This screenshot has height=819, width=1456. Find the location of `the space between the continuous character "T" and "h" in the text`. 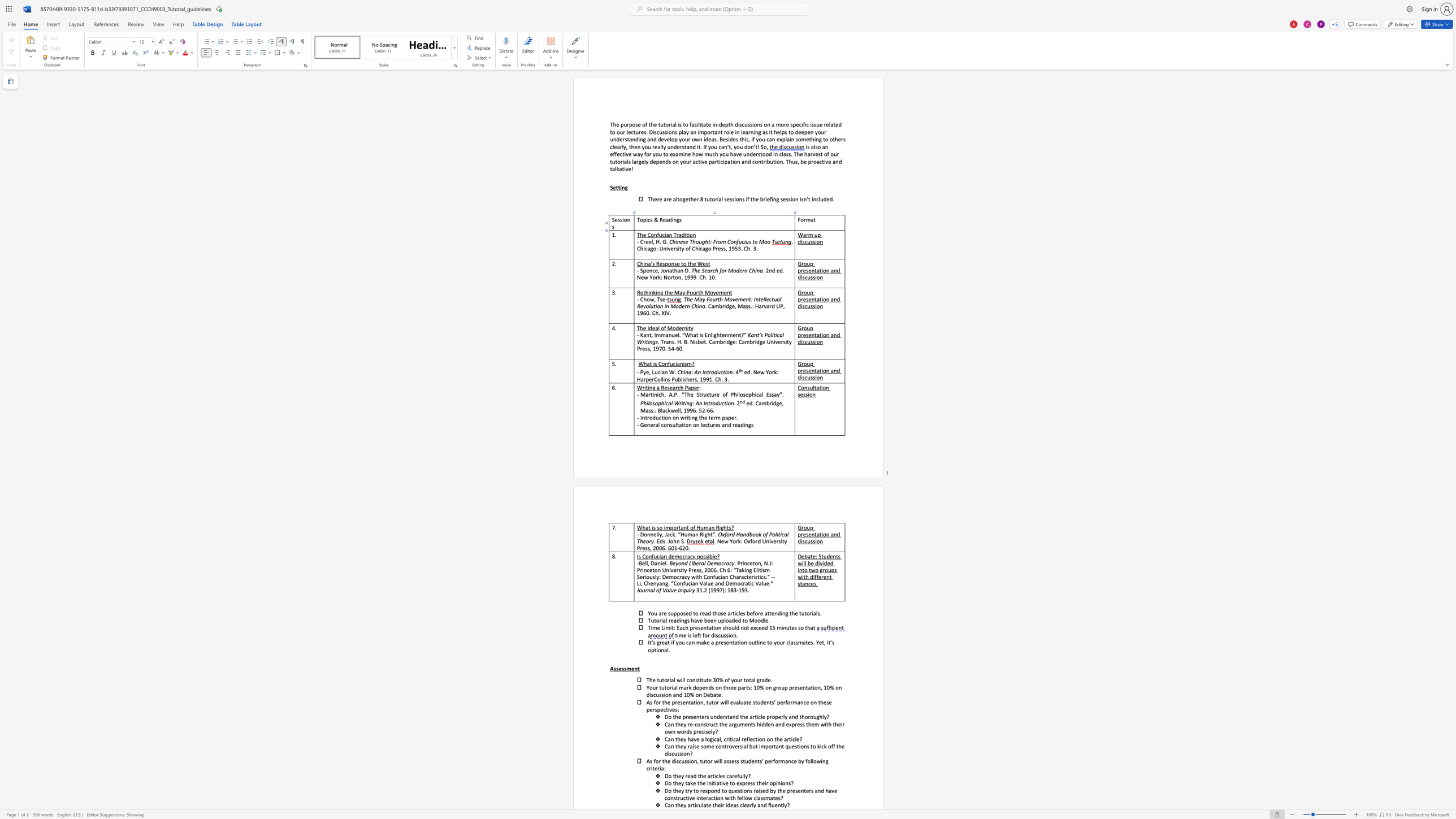

the space between the continuous character "T" and "h" in the text is located at coordinates (694, 270).